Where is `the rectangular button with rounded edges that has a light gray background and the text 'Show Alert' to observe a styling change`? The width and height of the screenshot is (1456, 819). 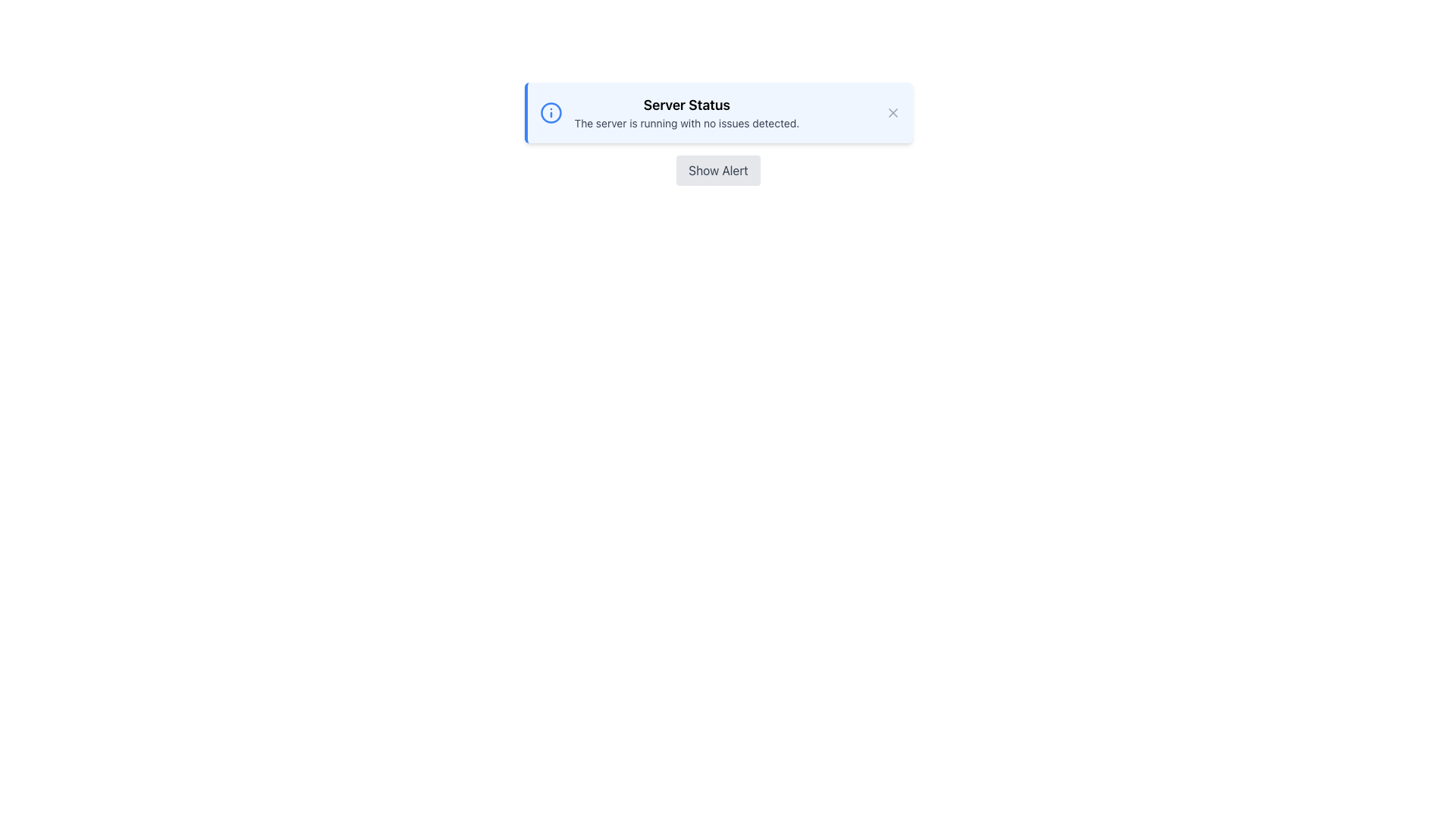 the rectangular button with rounded edges that has a light gray background and the text 'Show Alert' to observe a styling change is located at coordinates (717, 170).